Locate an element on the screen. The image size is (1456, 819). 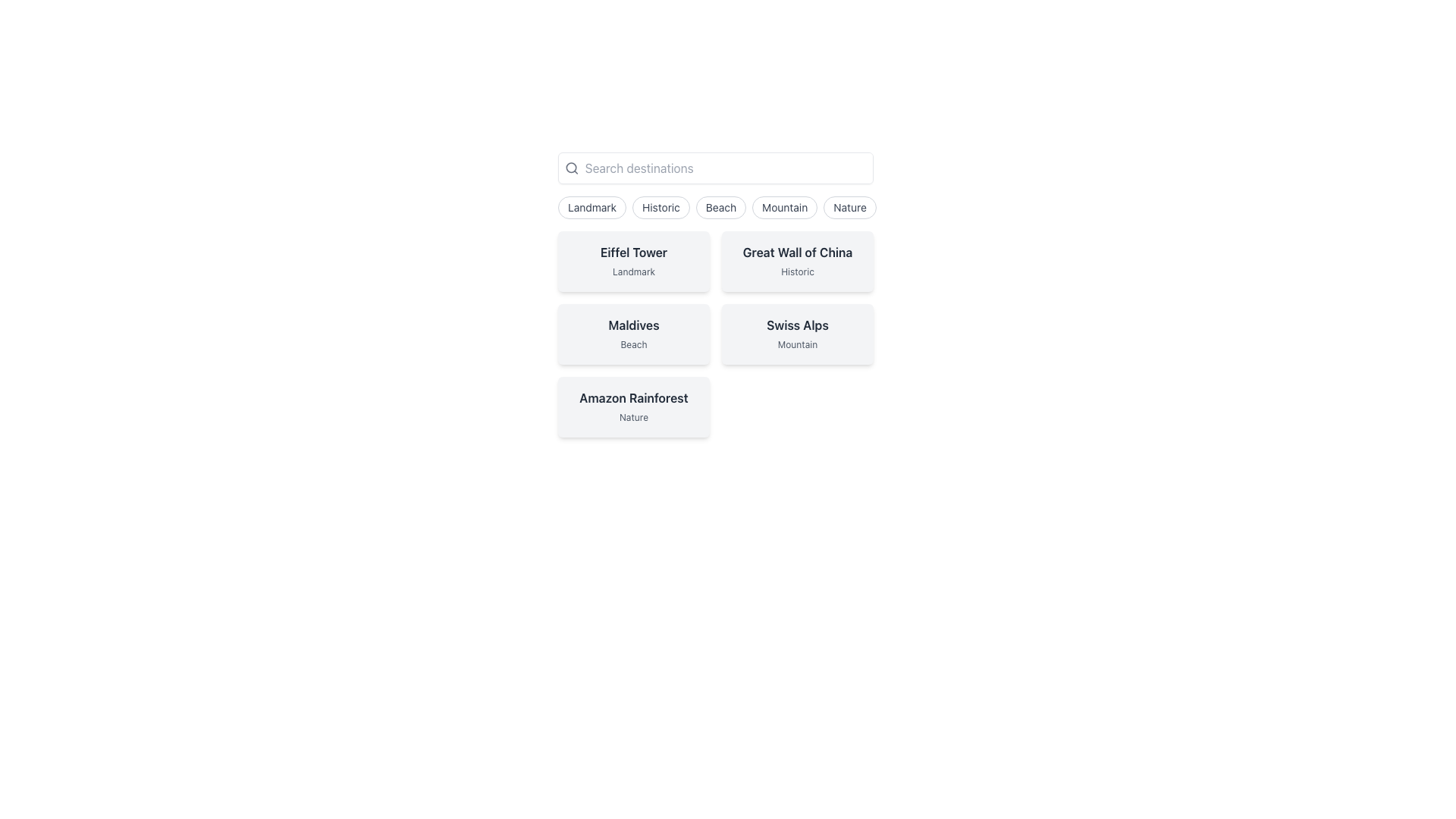
the 'Beach' button, which is a rounded rectangle with a white background and gray border, positioned below the search bar and between 'Historic' and 'Mountain' is located at coordinates (720, 207).